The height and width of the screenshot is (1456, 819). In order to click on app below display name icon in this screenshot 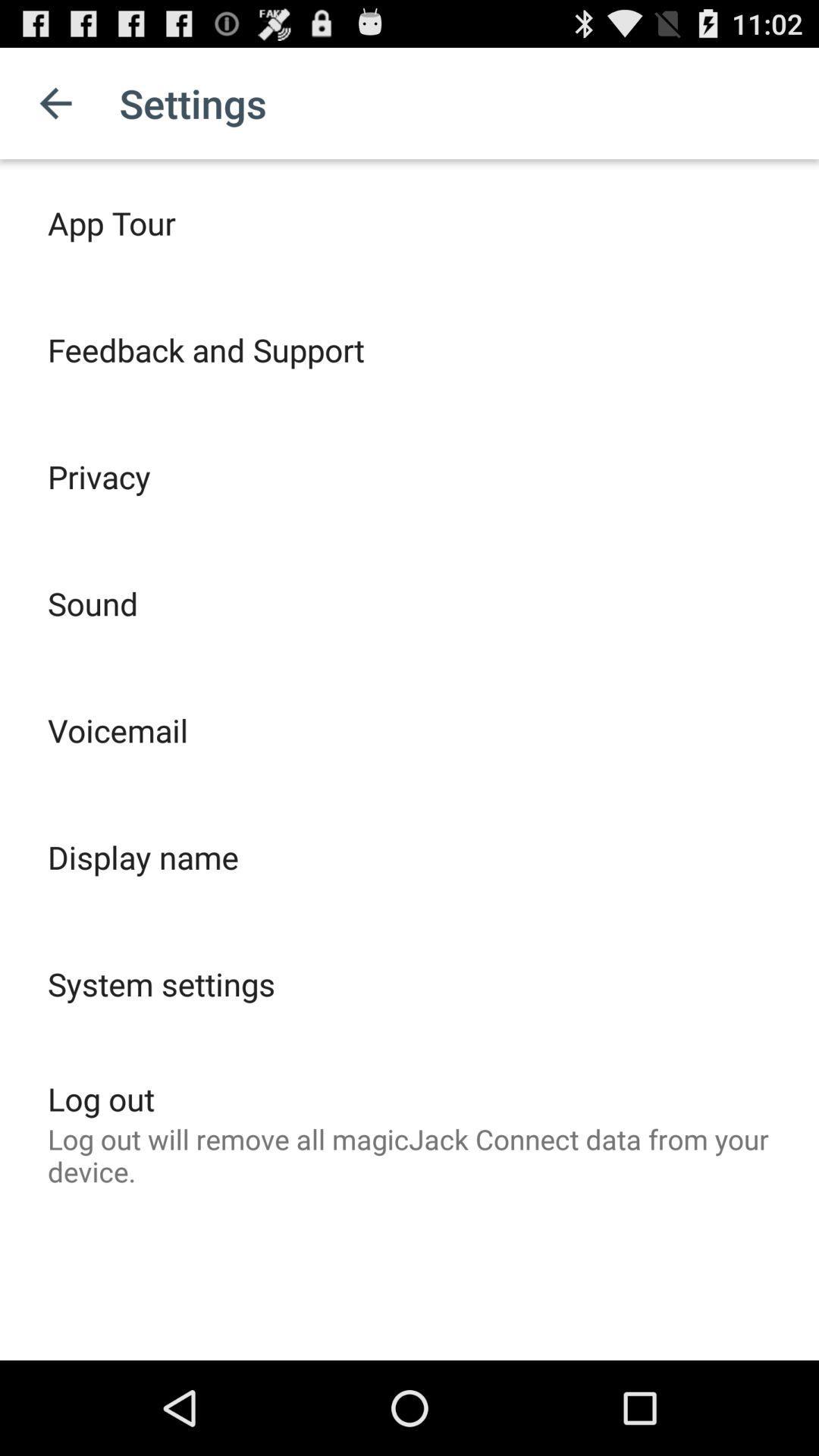, I will do `click(161, 984)`.